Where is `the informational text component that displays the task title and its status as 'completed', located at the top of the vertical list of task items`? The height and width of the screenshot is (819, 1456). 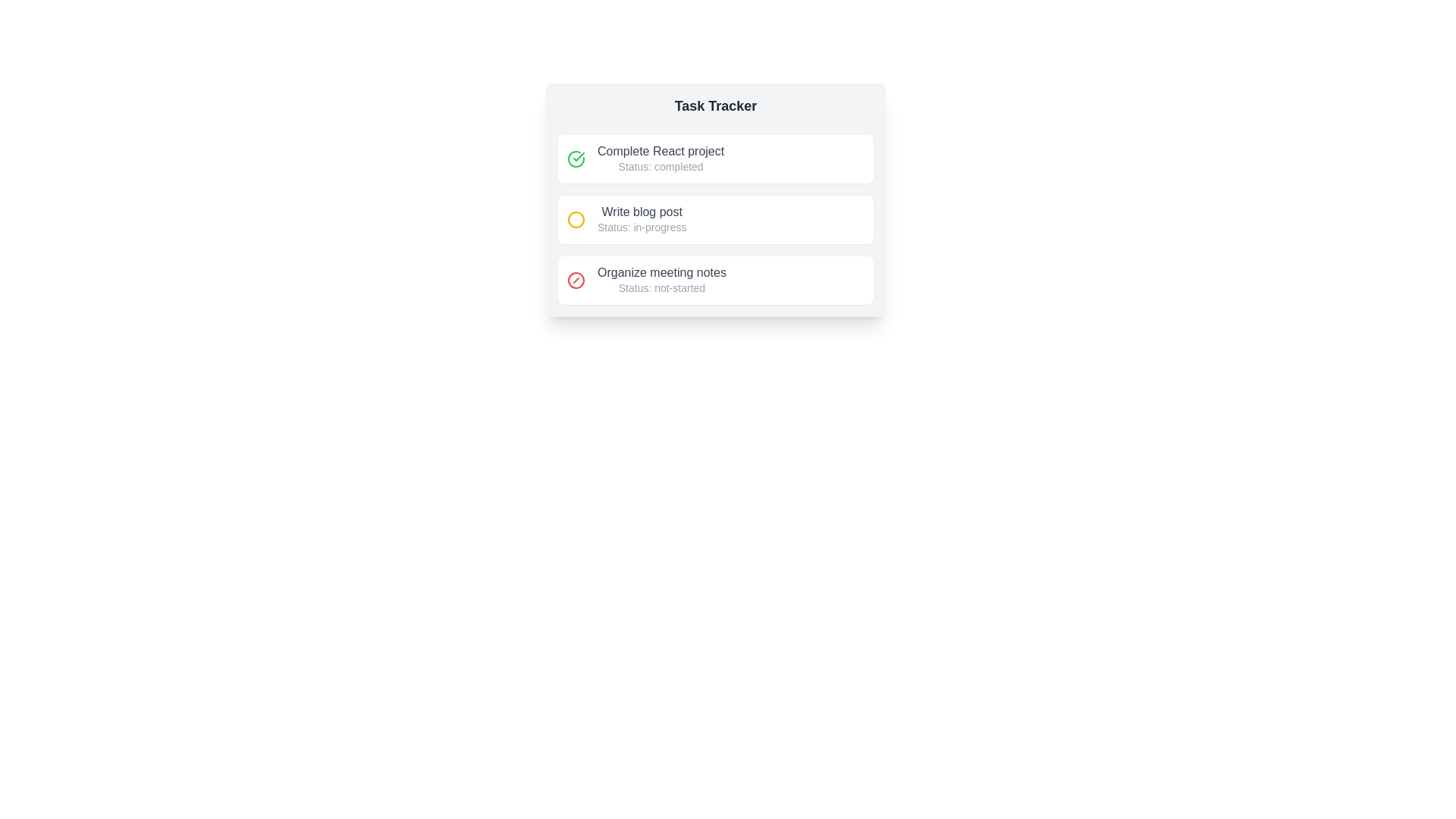 the informational text component that displays the task title and its status as 'completed', located at the top of the vertical list of task items is located at coordinates (661, 158).